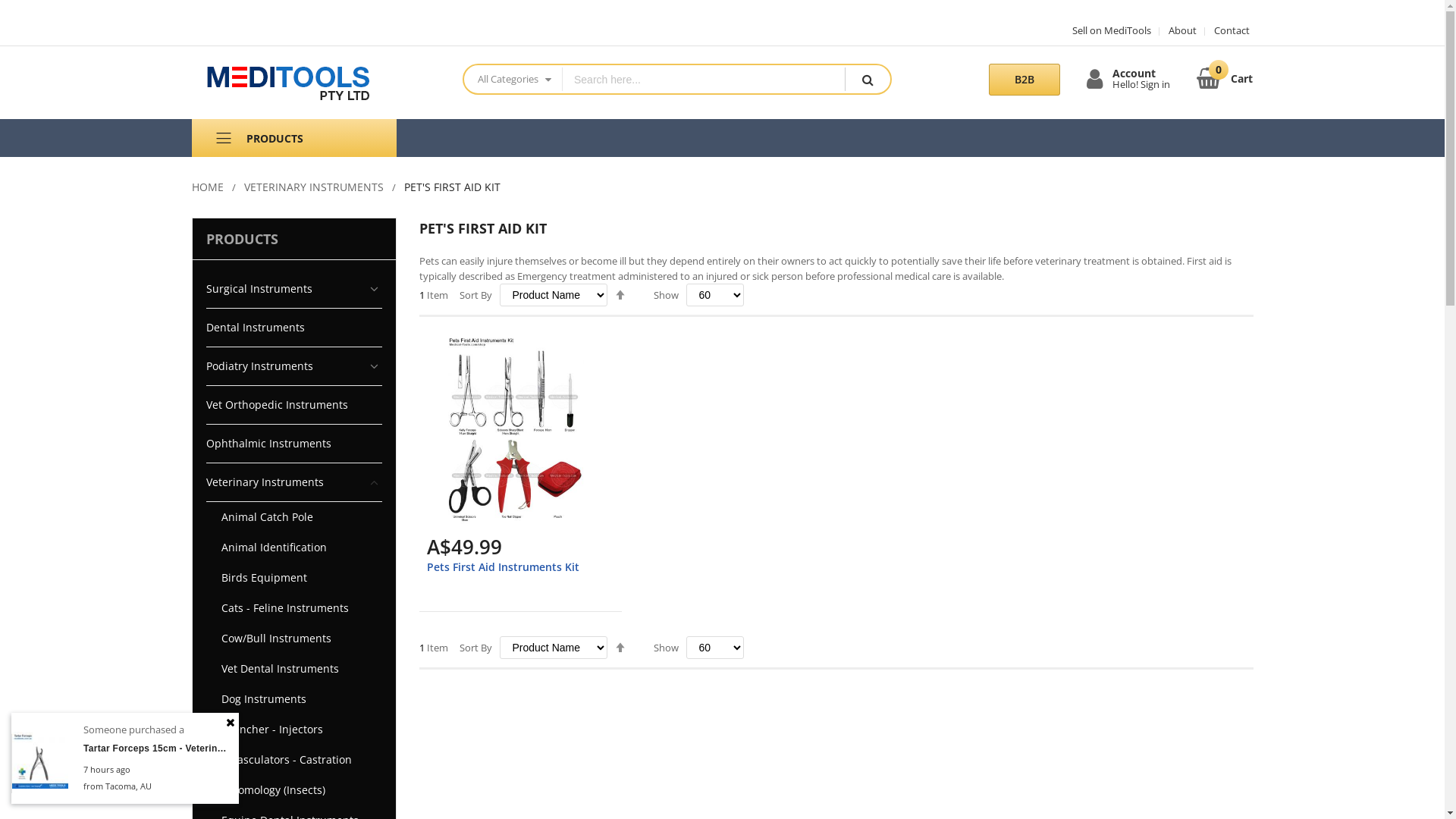 This screenshot has width=1456, height=819. I want to click on 'Emasculators - Castration', so click(294, 760).